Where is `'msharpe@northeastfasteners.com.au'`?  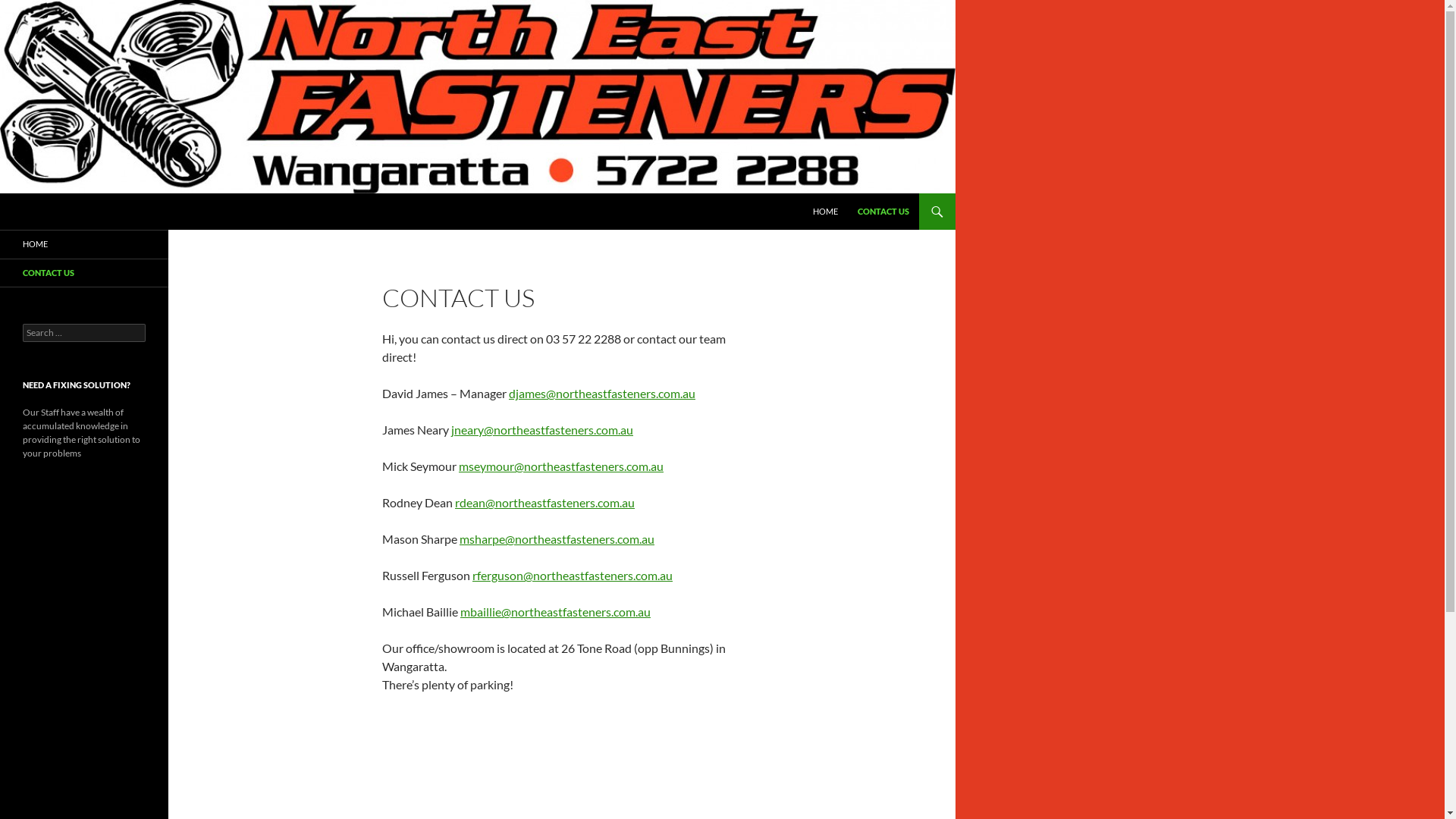
'msharpe@northeastfasteners.com.au' is located at coordinates (556, 538).